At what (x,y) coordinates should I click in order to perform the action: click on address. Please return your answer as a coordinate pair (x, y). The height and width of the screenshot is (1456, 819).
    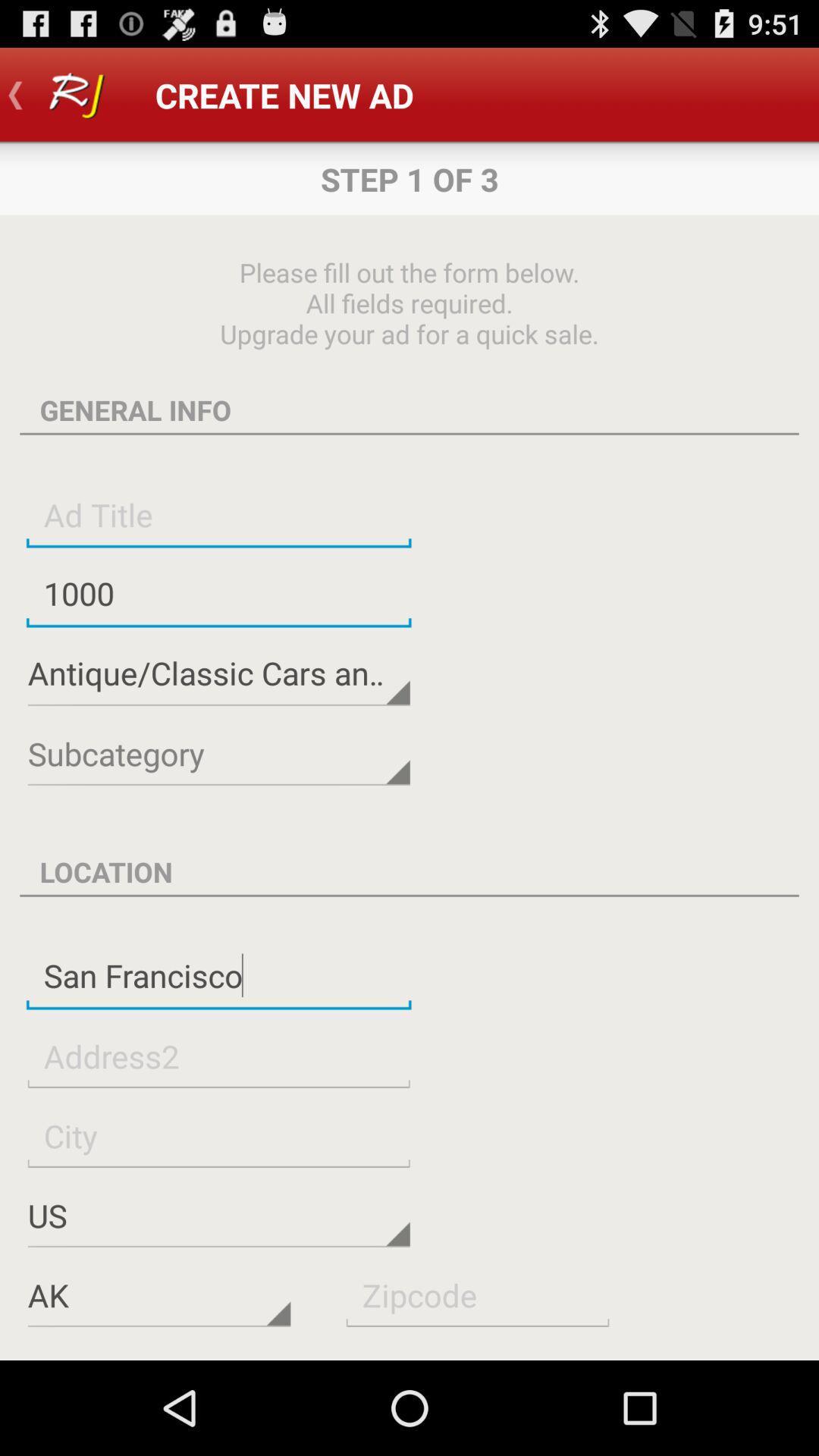
    Looking at the image, I should click on (218, 1055).